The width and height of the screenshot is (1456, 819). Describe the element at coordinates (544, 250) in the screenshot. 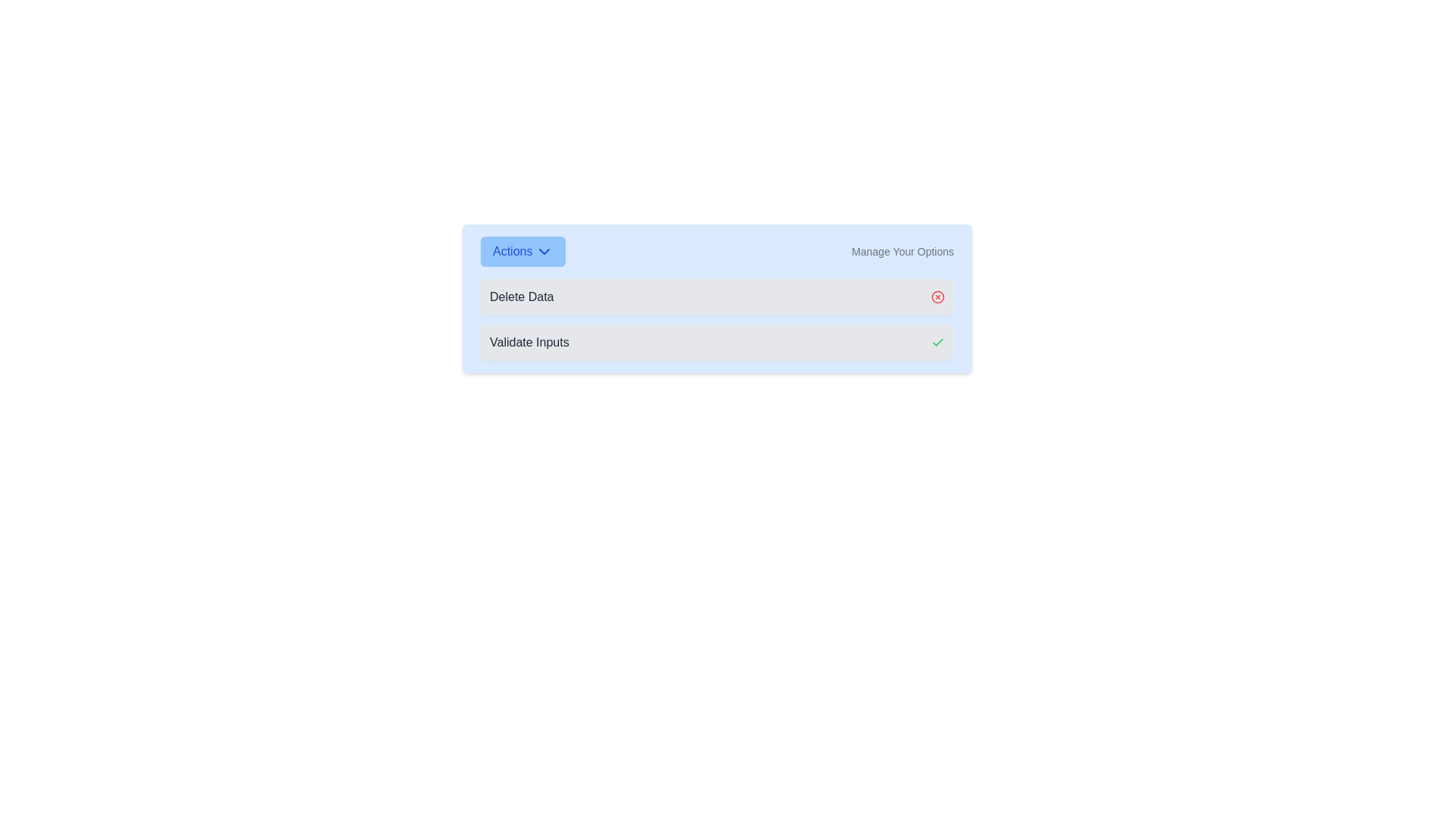

I see `the downward-pointing chevron icon located within the 'Actions' button` at that location.